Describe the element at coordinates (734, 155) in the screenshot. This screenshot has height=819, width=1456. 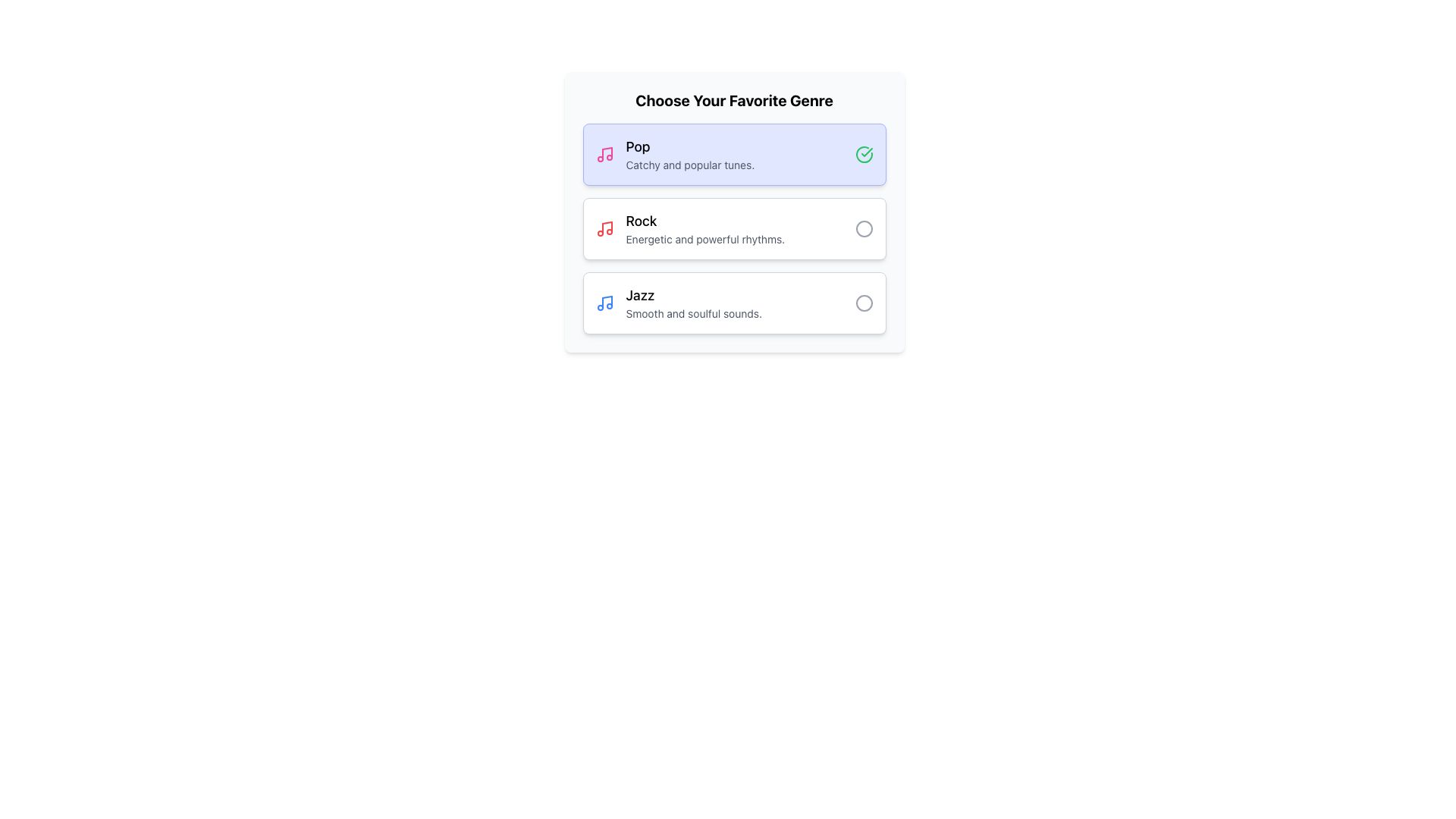
I see `the 'Pop' music genre card button, which is the first item in a vertical list under the 'Choose Your Favorite Genre.' header` at that location.